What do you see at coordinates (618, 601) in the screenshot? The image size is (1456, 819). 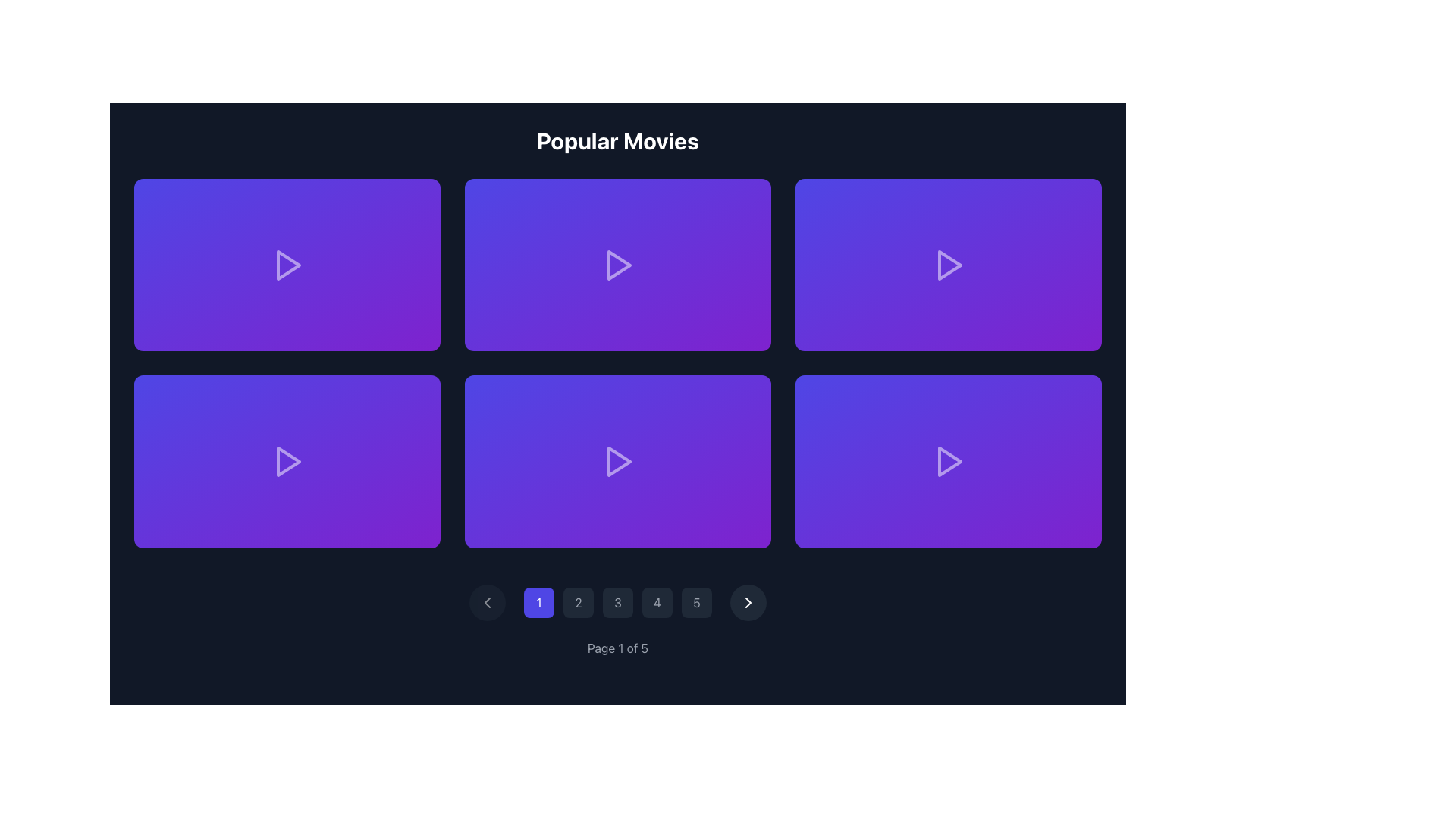 I see `the pagination button labeled '3'` at bounding box center [618, 601].